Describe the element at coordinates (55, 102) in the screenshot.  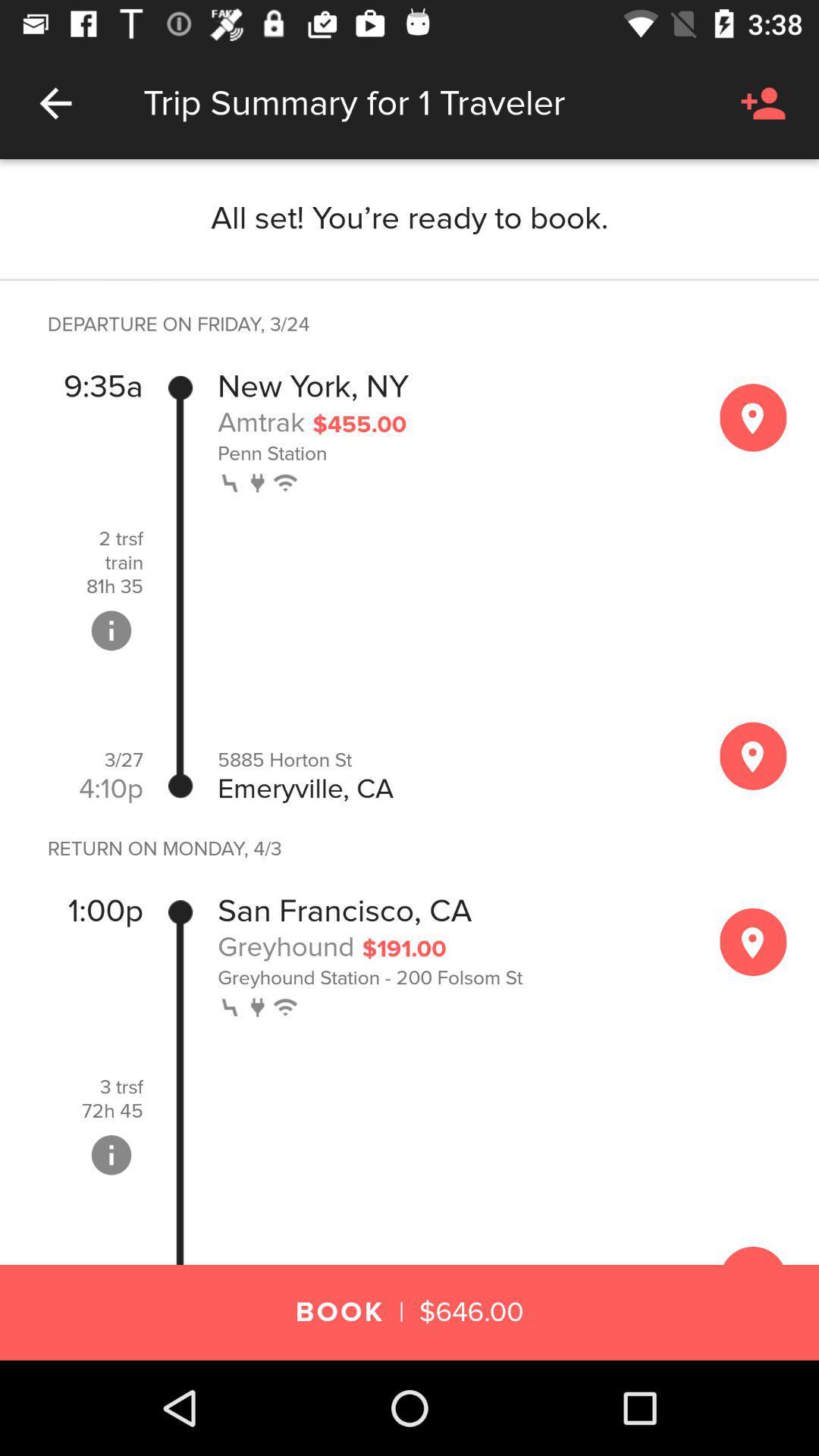
I see `go back` at that location.